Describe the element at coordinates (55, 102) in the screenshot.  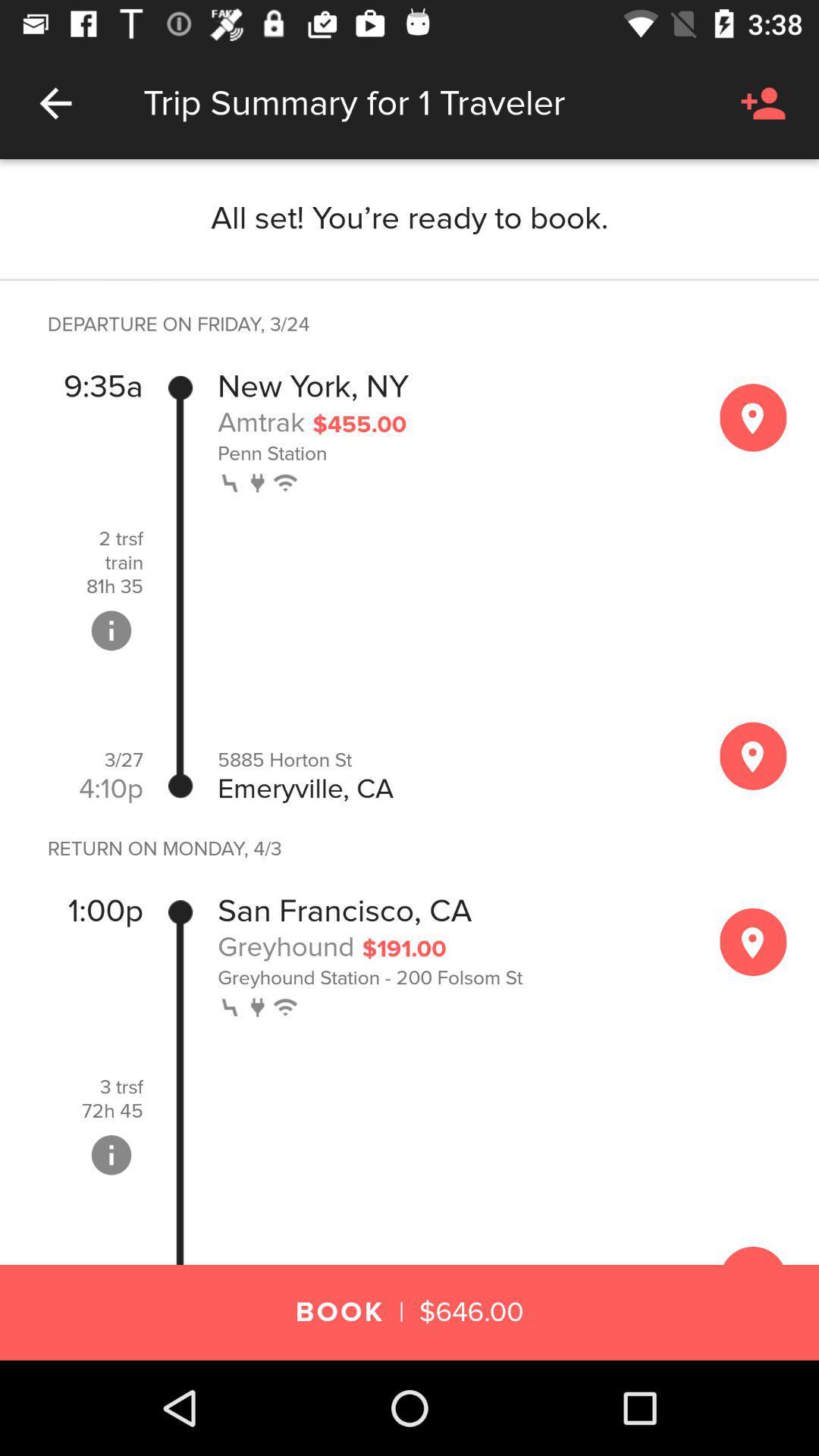
I see `go back` at that location.